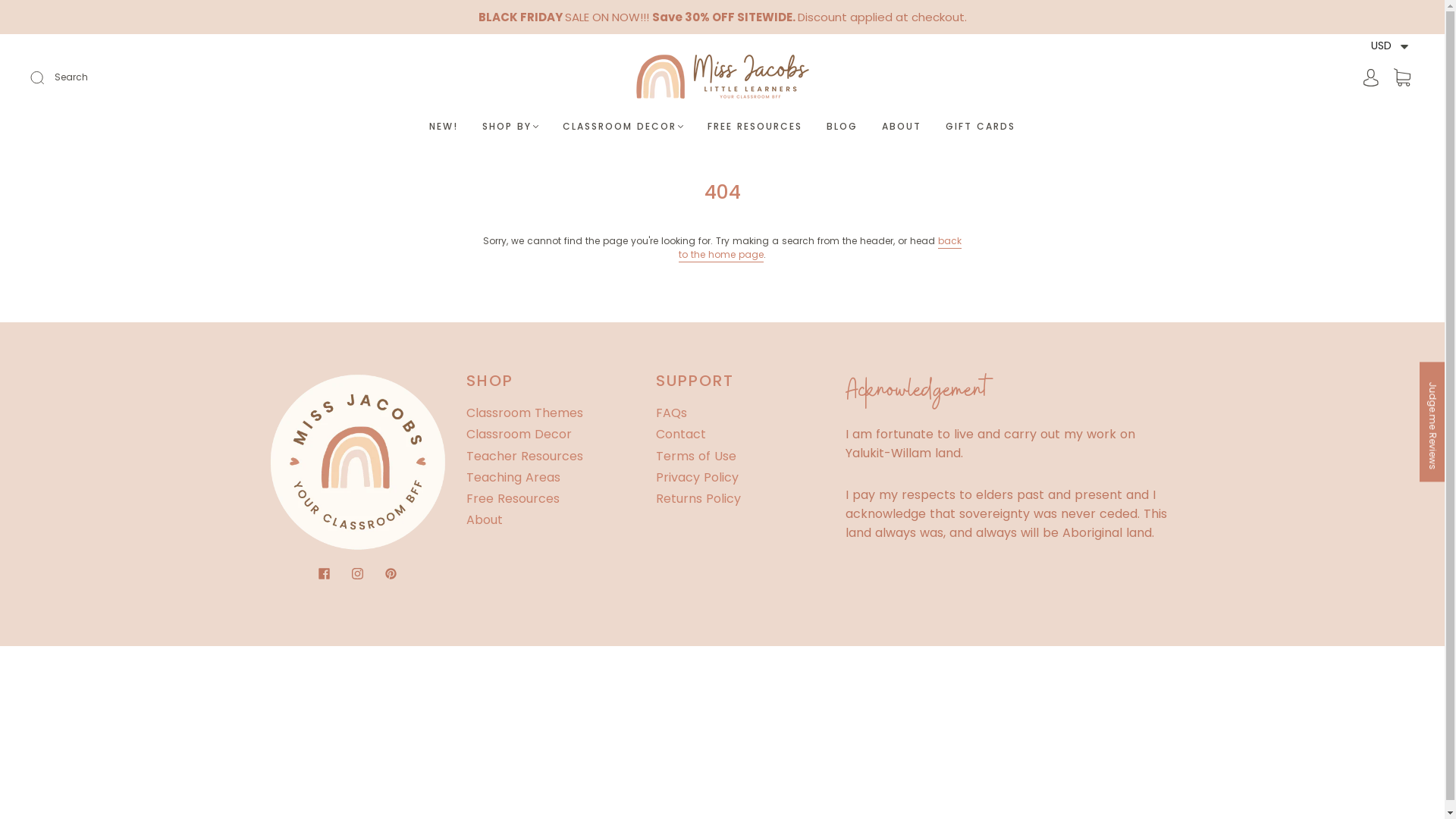 The width and height of the screenshot is (1456, 819). Describe the element at coordinates (655, 455) in the screenshot. I see `'Terms of Use'` at that location.